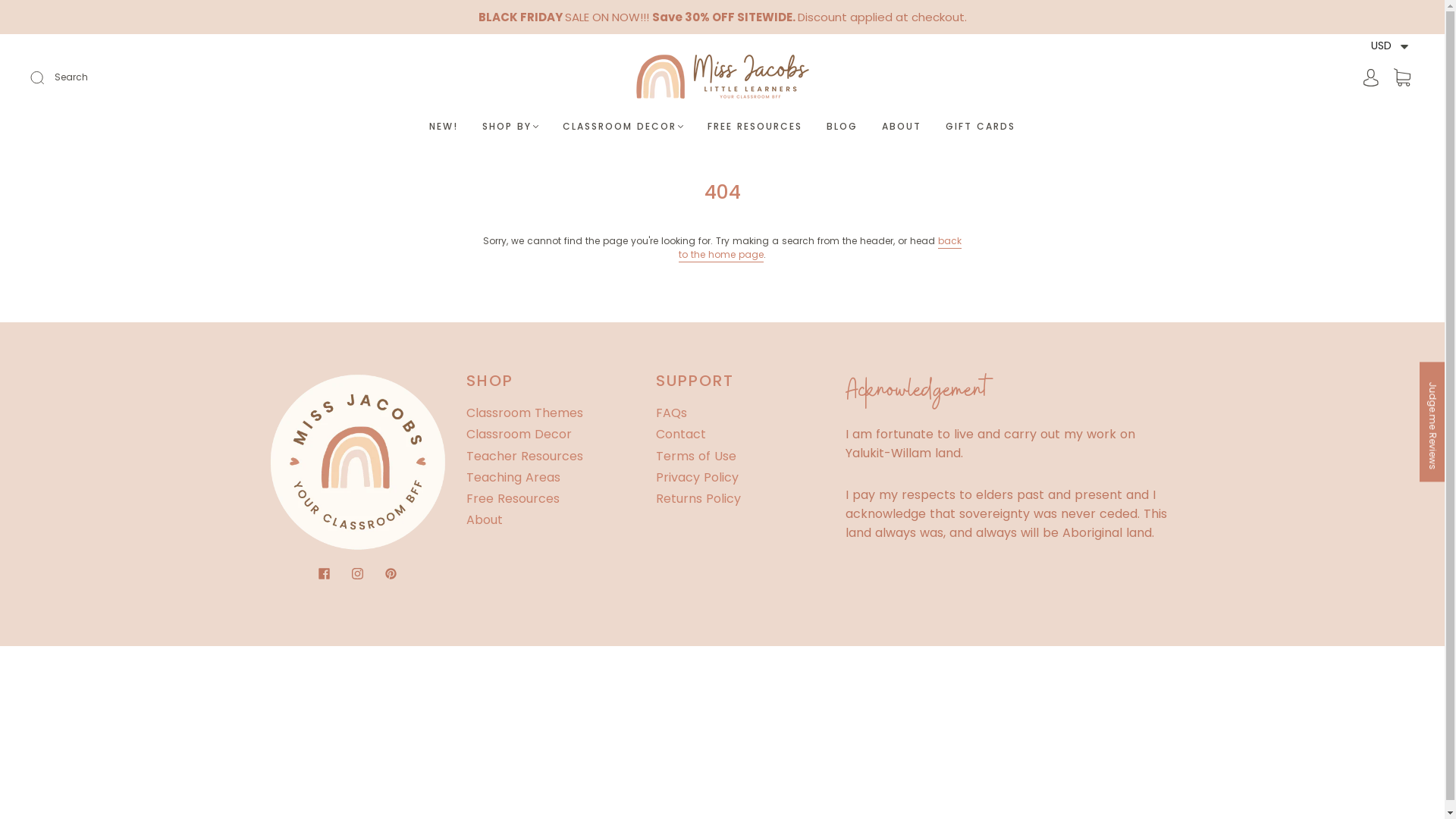 The width and height of the screenshot is (1456, 819). Describe the element at coordinates (655, 455) in the screenshot. I see `'Terms of Use'` at that location.